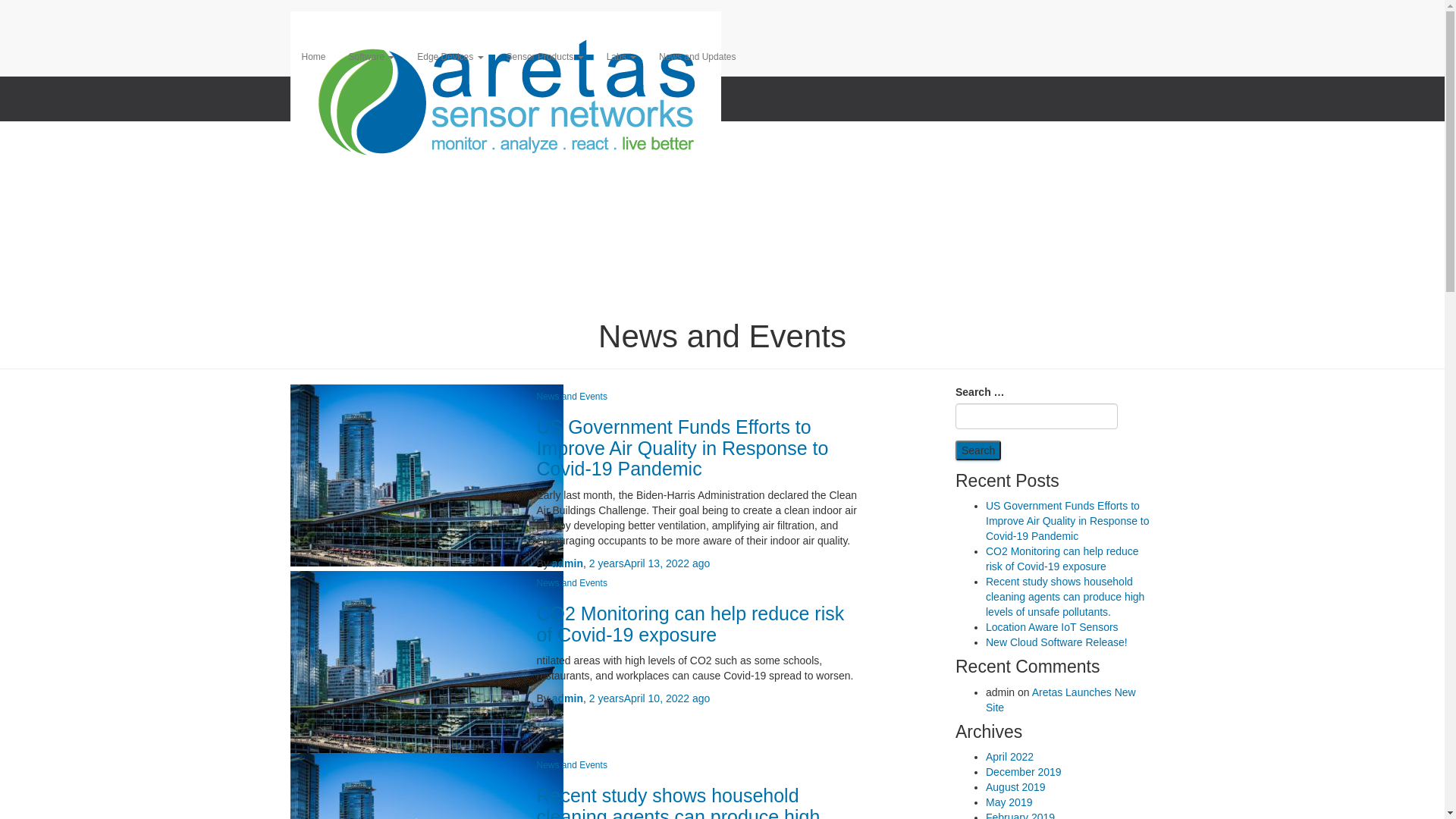 This screenshot has width=1456, height=819. Describe the element at coordinates (648, 55) in the screenshot. I see `'News and Updates'` at that location.